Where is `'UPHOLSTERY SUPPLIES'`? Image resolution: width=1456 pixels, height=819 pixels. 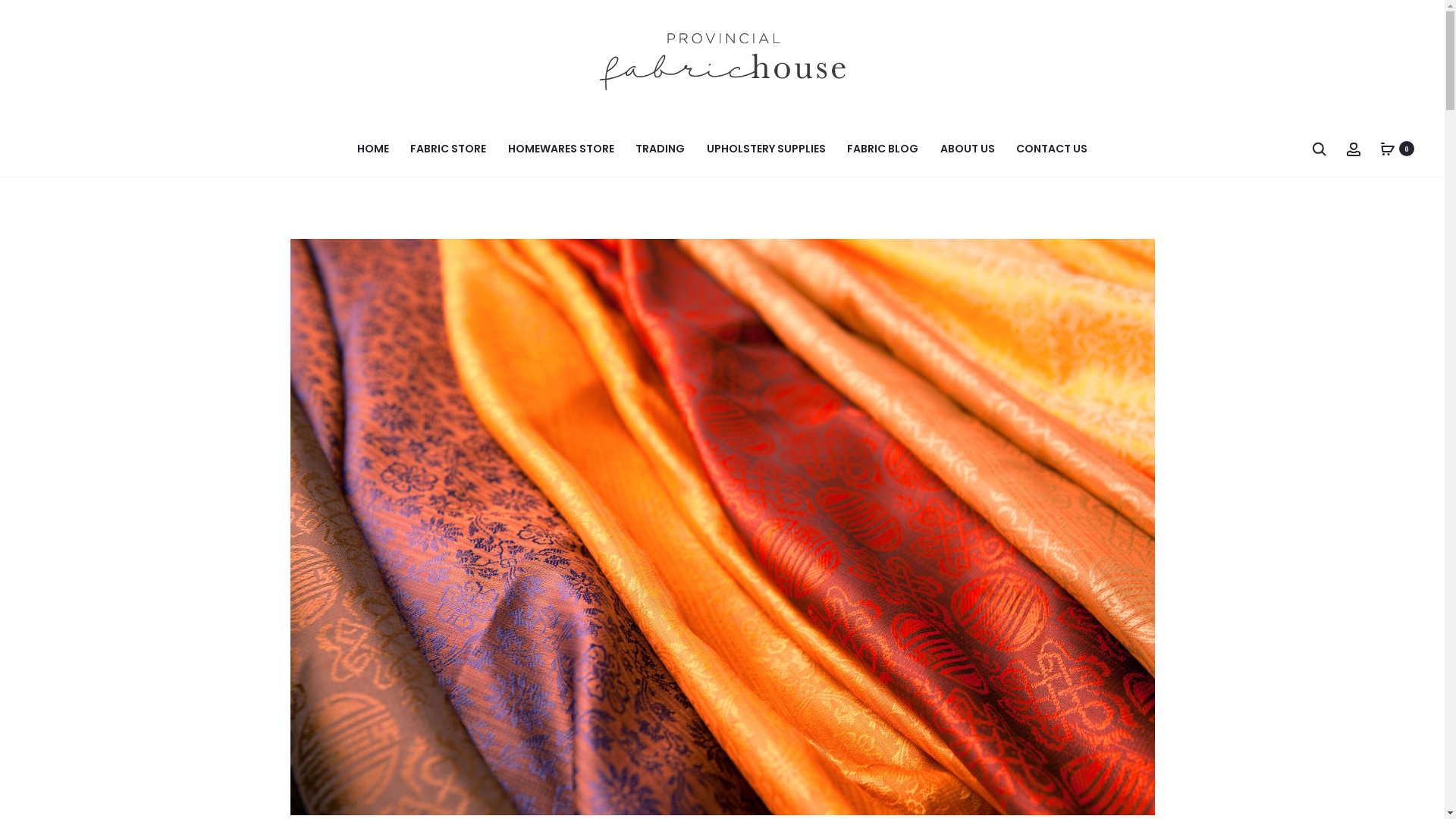
'UPHOLSTERY SUPPLIES' is located at coordinates (766, 149).